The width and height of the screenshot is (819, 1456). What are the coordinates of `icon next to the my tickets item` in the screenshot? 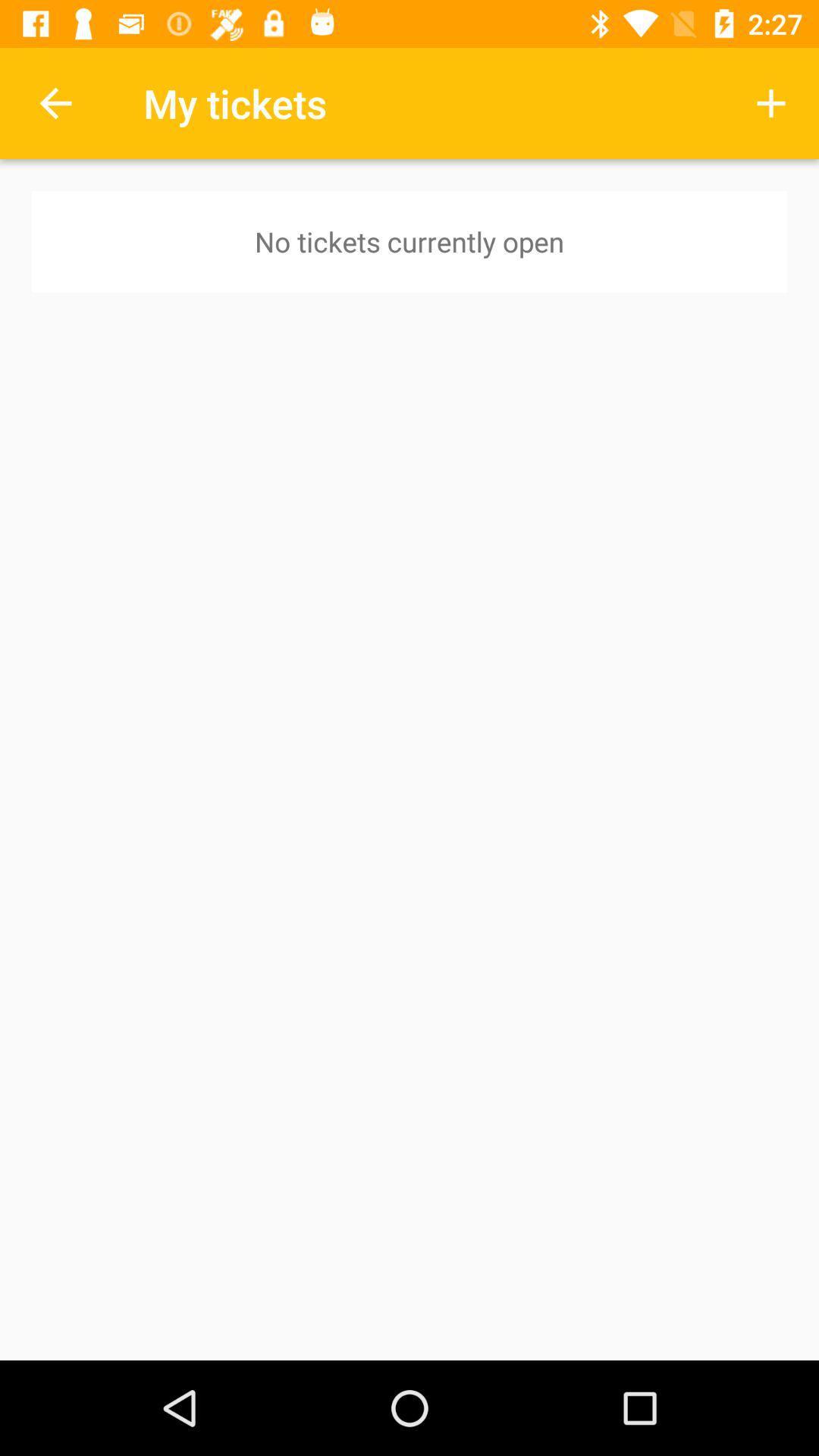 It's located at (771, 102).